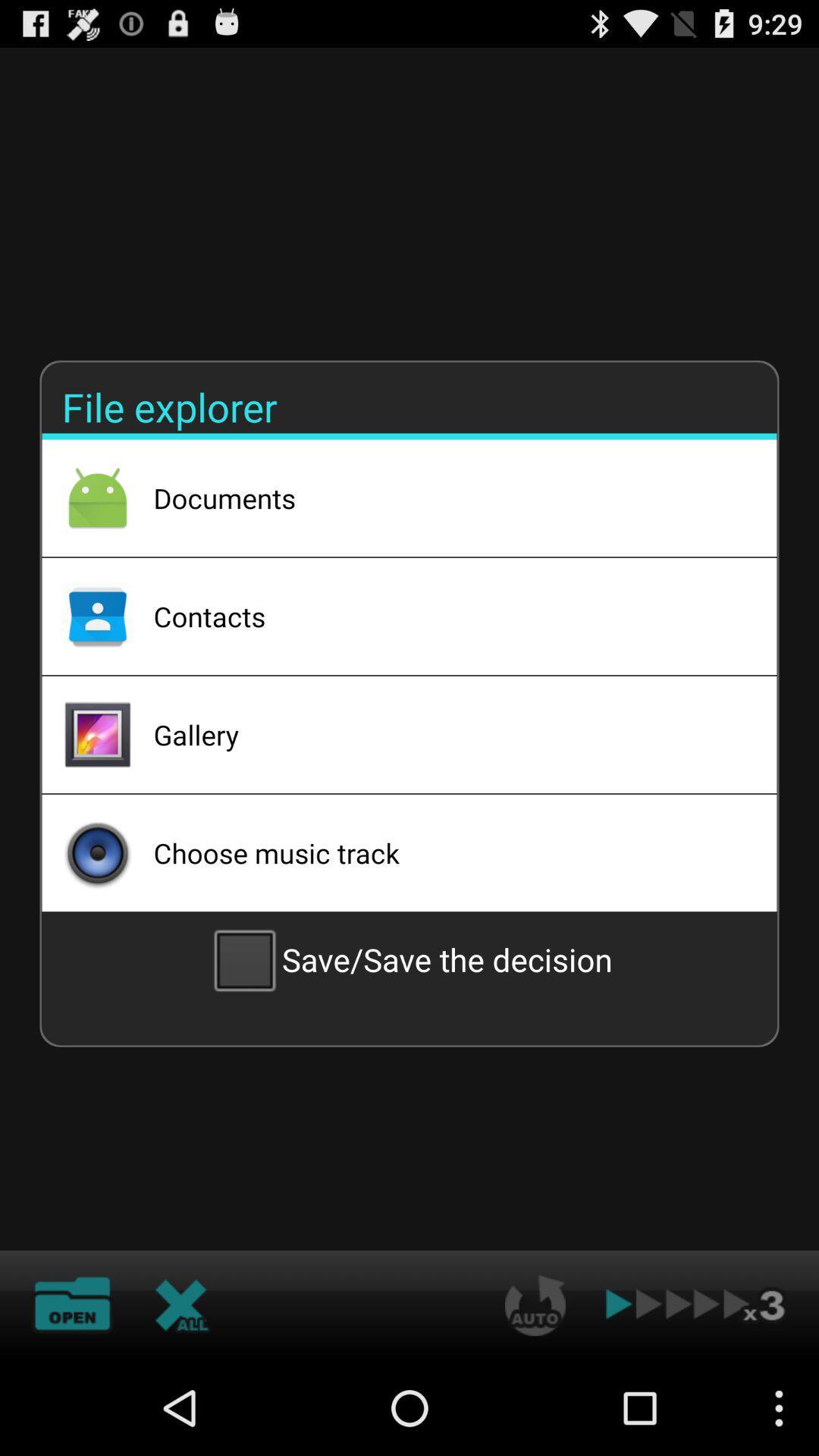 Image resolution: width=819 pixels, height=1456 pixels. What do you see at coordinates (409, 959) in the screenshot?
I see `save save the item` at bounding box center [409, 959].